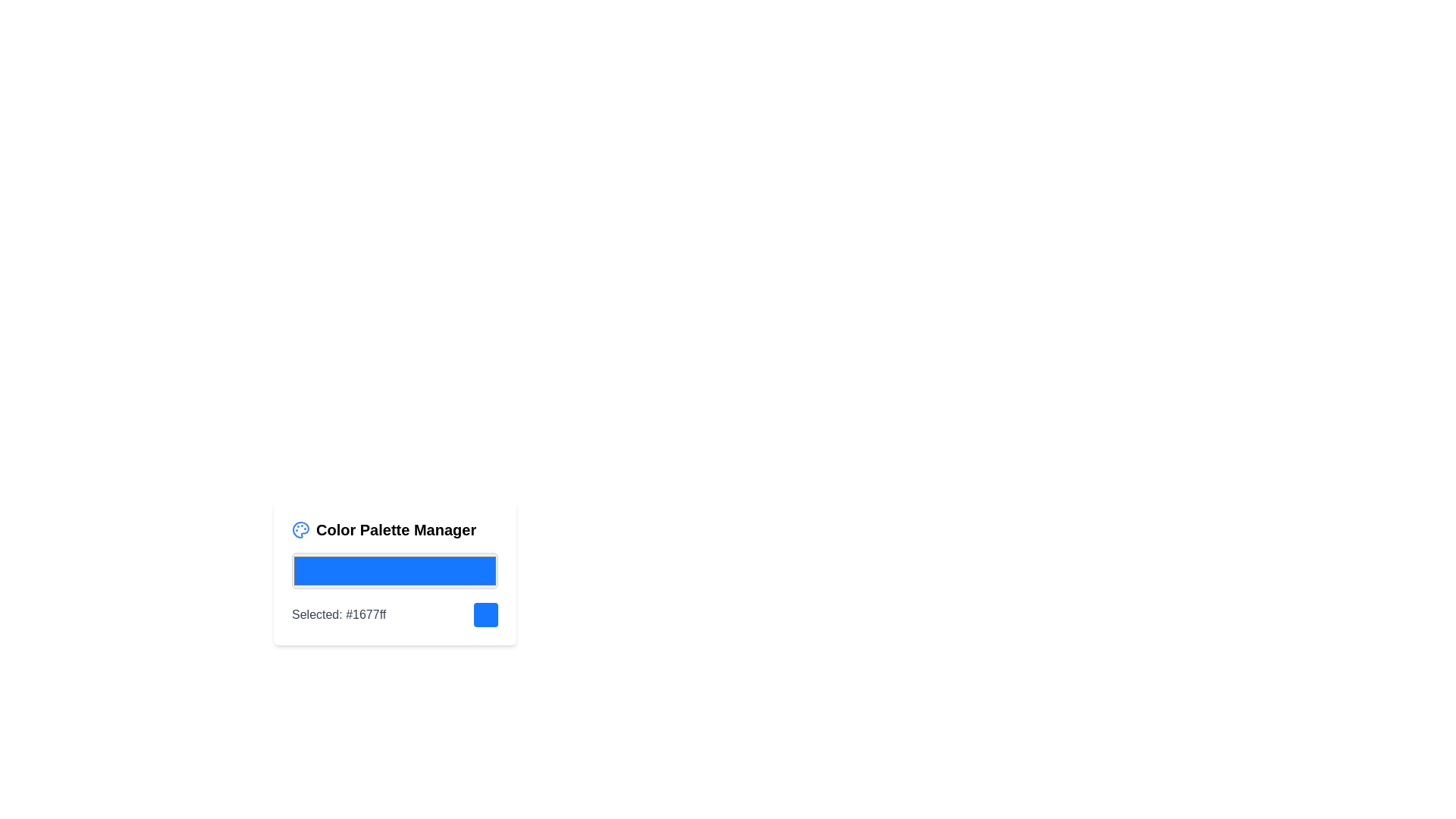 The height and width of the screenshot is (819, 1456). Describe the element at coordinates (338, 614) in the screenshot. I see `the text label displaying 'Selected: #1677ff'` at that location.